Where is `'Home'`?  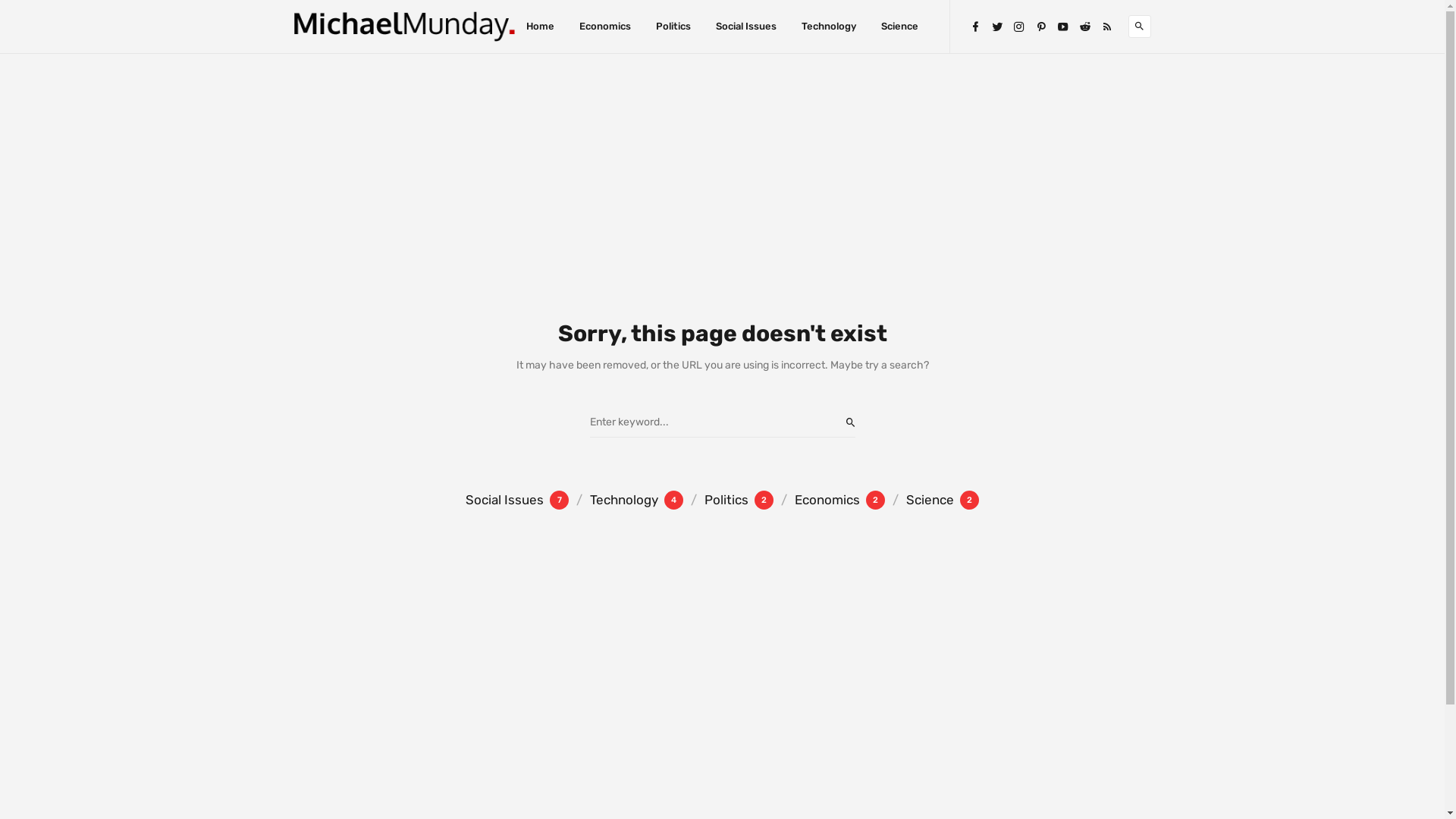
'Home' is located at coordinates (540, 26).